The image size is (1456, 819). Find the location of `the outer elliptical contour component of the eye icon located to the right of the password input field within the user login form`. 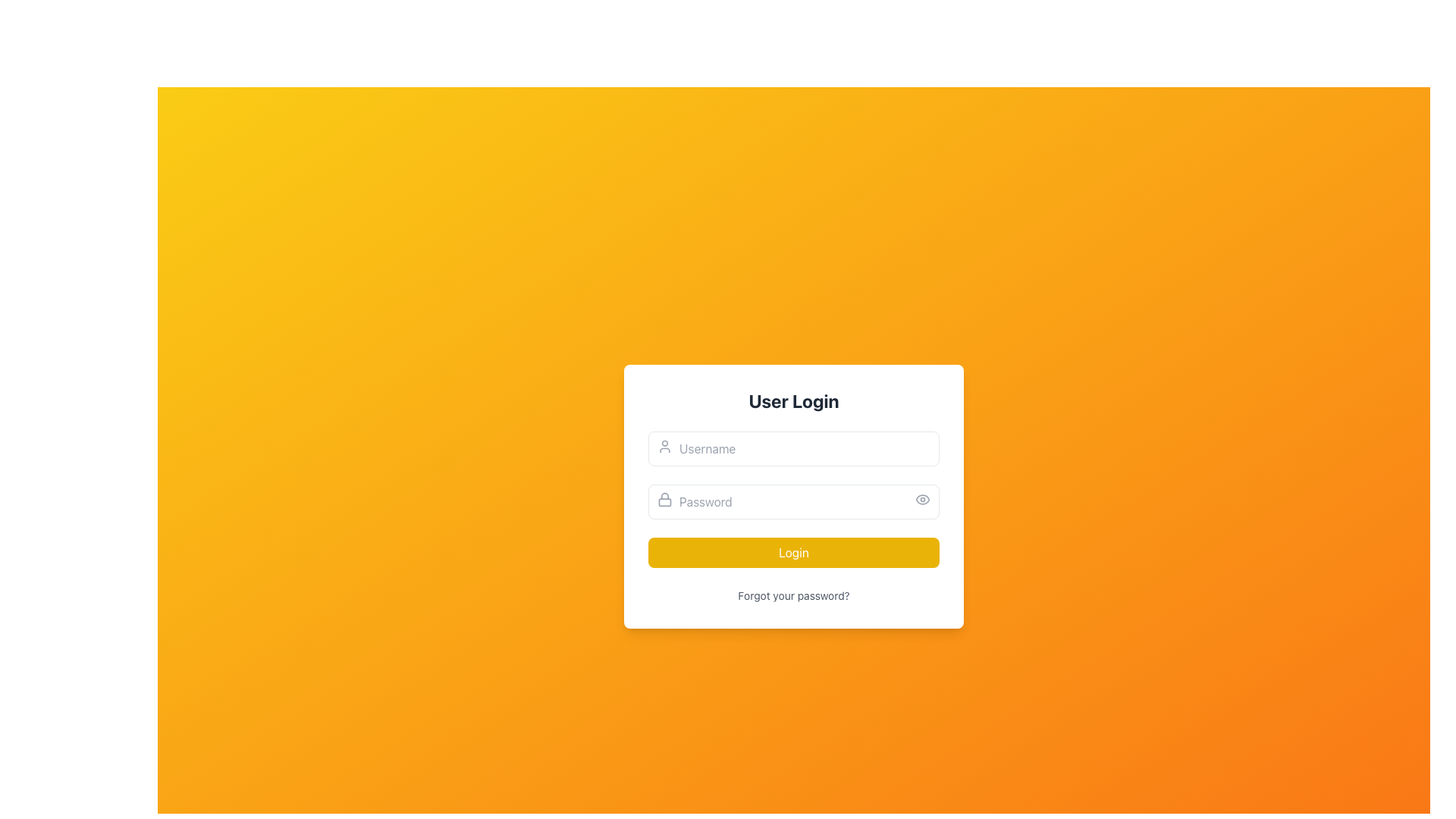

the outer elliptical contour component of the eye icon located to the right of the password input field within the user login form is located at coordinates (922, 500).